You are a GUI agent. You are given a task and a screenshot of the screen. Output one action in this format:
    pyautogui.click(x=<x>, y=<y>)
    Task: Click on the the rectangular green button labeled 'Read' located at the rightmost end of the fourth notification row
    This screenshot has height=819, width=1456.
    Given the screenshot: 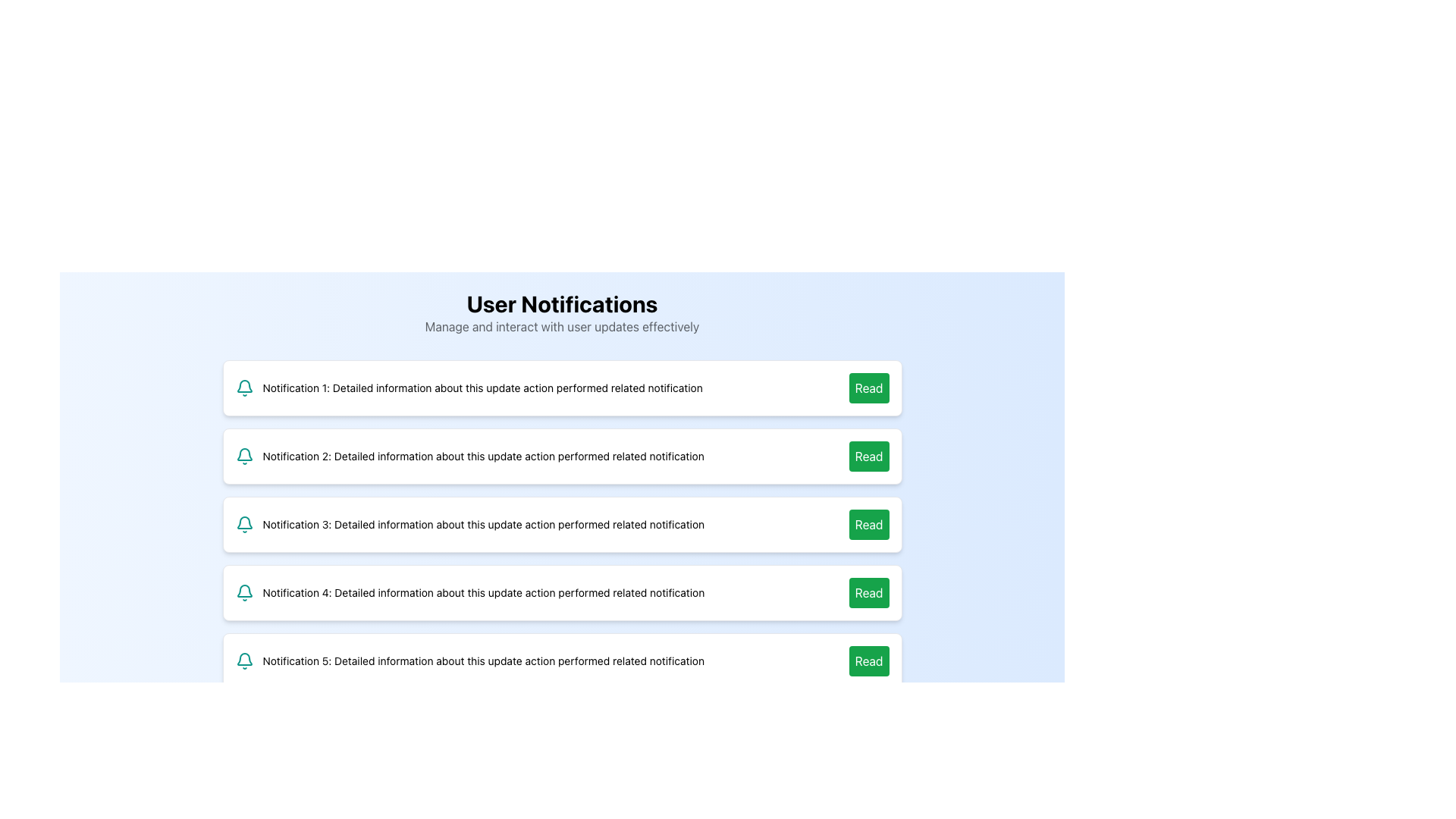 What is the action you would take?
    pyautogui.click(x=869, y=592)
    